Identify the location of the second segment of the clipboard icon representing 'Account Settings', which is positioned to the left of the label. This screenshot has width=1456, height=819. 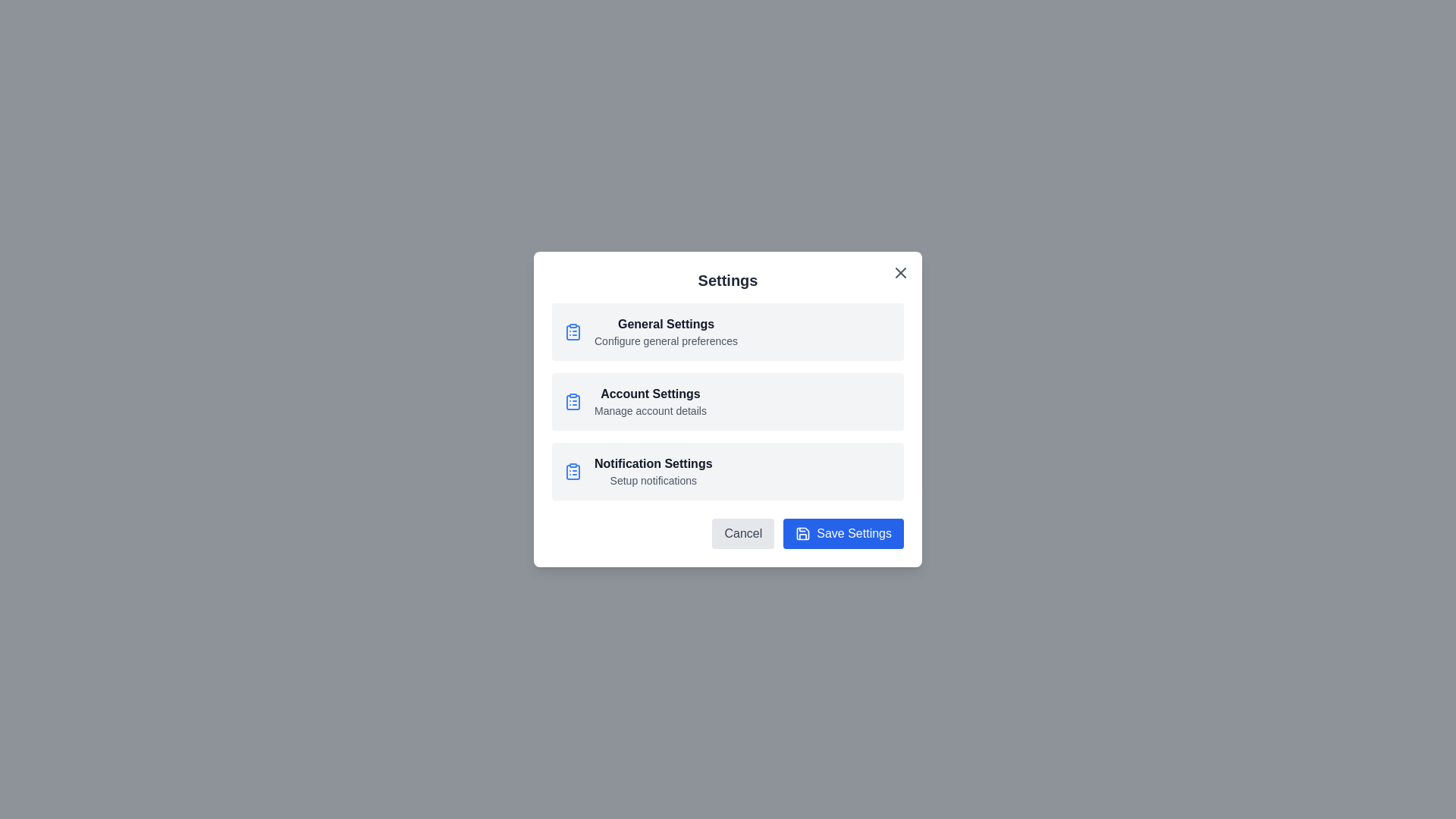
(572, 402).